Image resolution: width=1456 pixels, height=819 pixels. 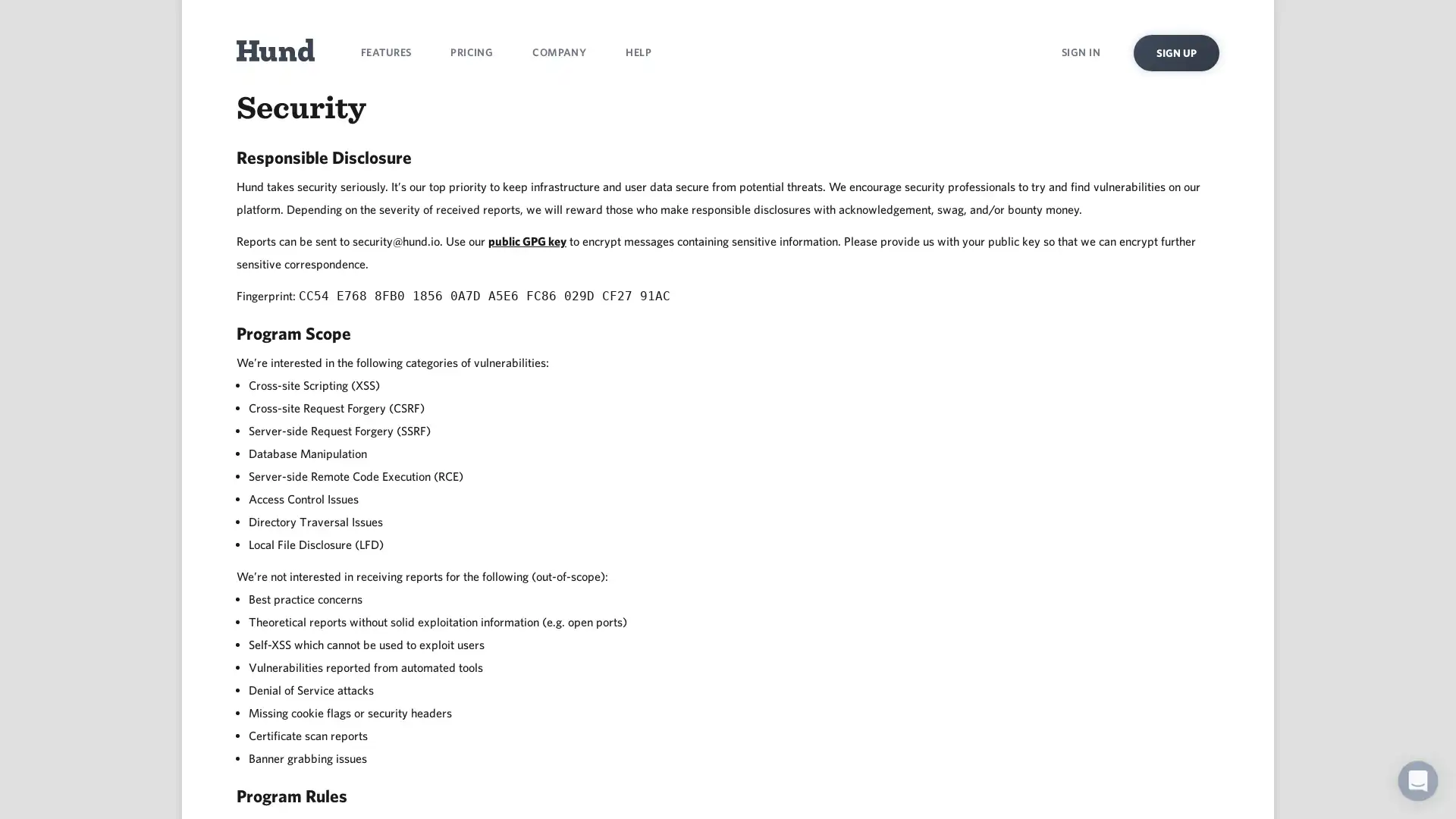 What do you see at coordinates (1417, 780) in the screenshot?
I see `Open Intercom Messenger` at bounding box center [1417, 780].